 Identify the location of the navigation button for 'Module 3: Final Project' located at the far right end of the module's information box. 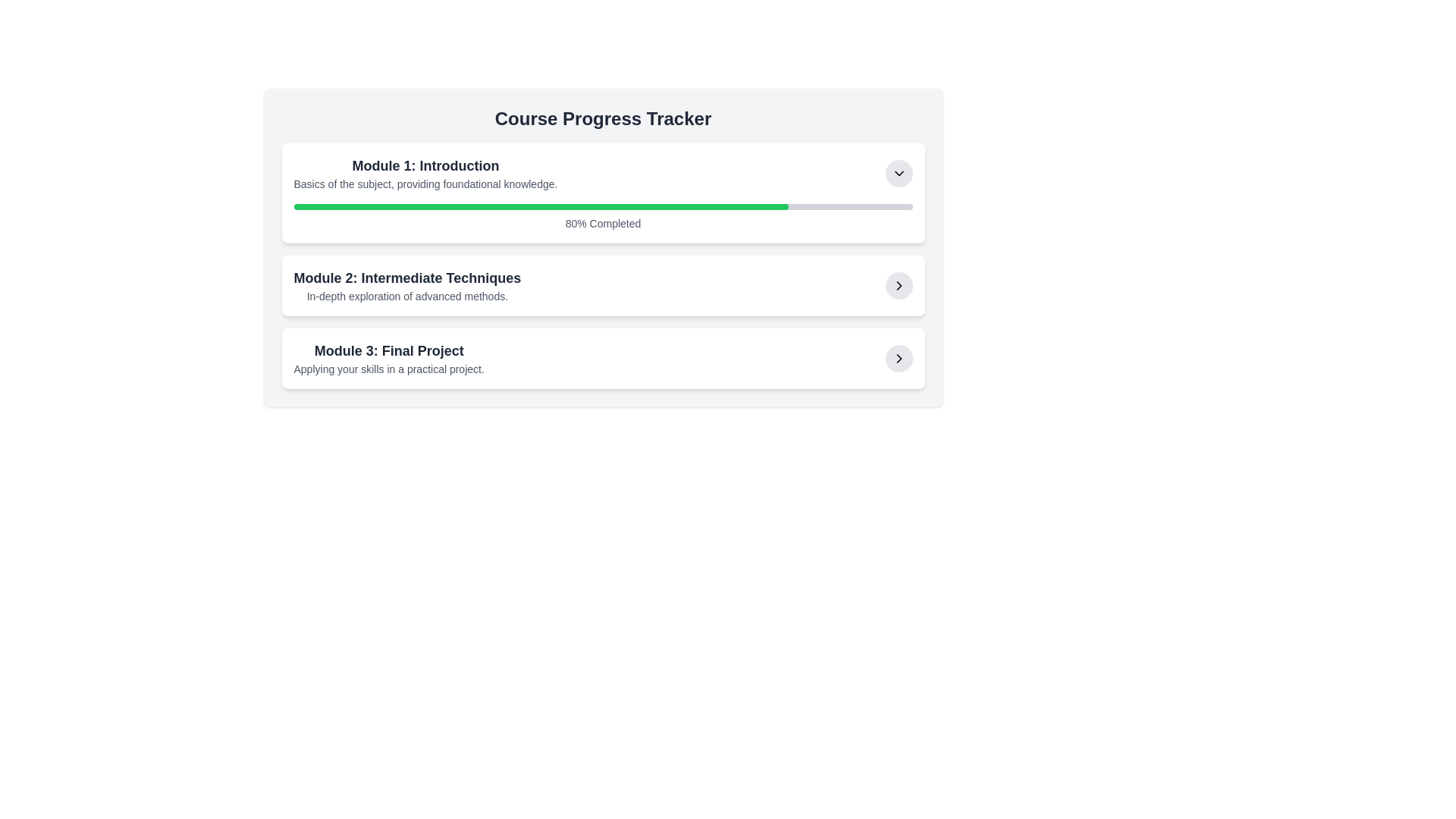
(899, 359).